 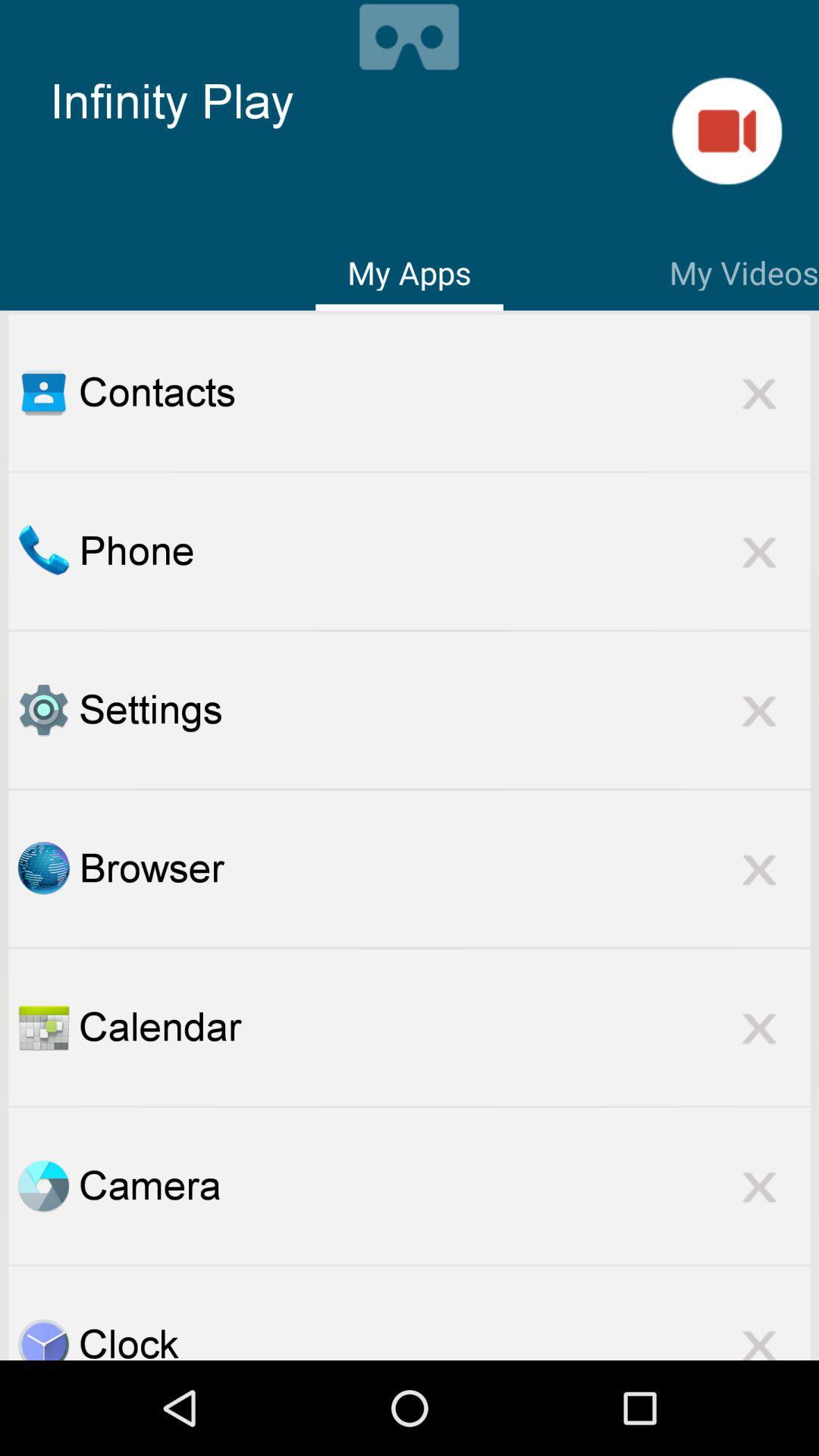 I want to click on a web brower, so click(x=42, y=868).